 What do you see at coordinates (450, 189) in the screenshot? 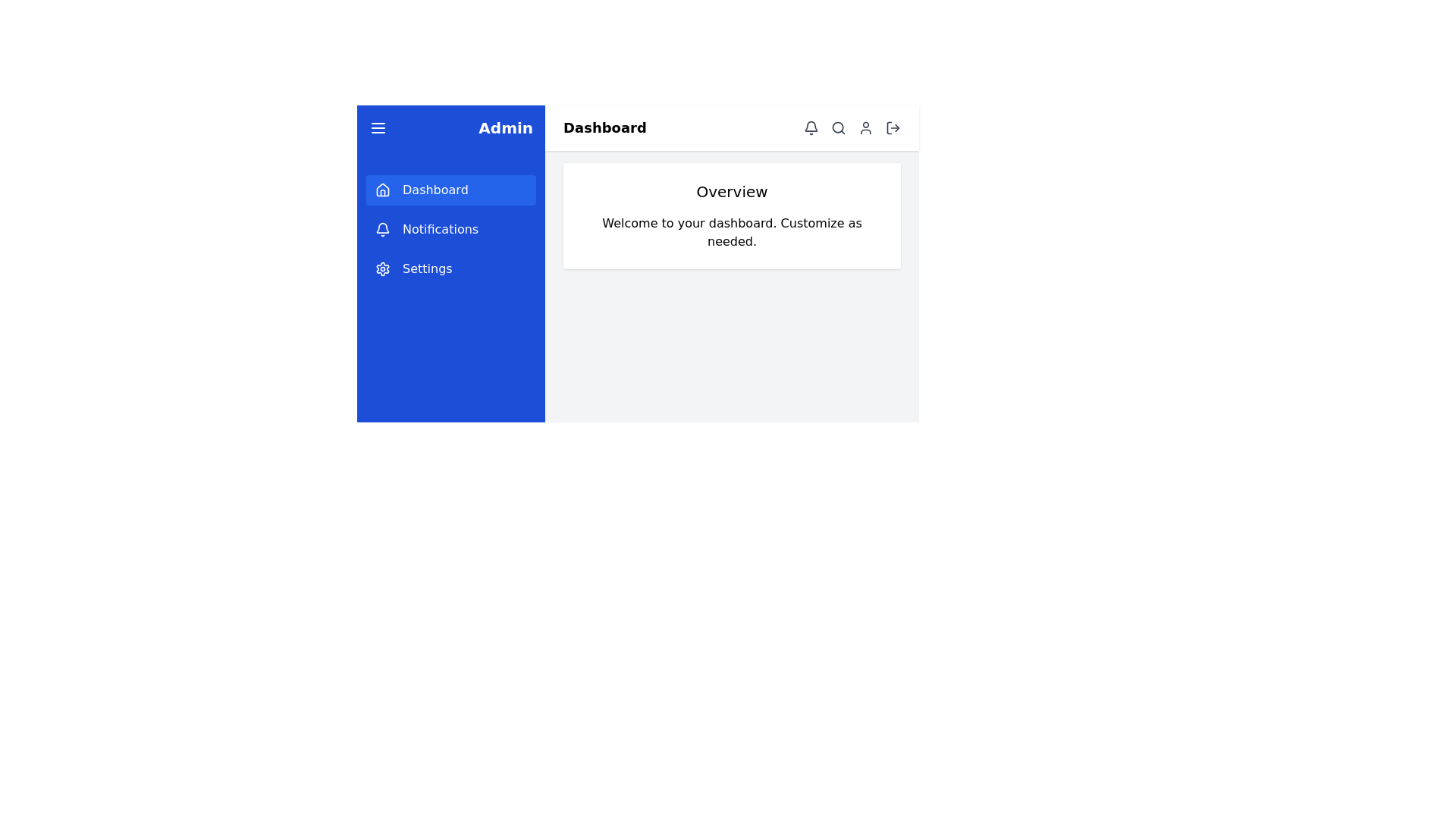
I see `the 'Dashboard' button with a blue background and rounded corners located in the left panel` at bounding box center [450, 189].